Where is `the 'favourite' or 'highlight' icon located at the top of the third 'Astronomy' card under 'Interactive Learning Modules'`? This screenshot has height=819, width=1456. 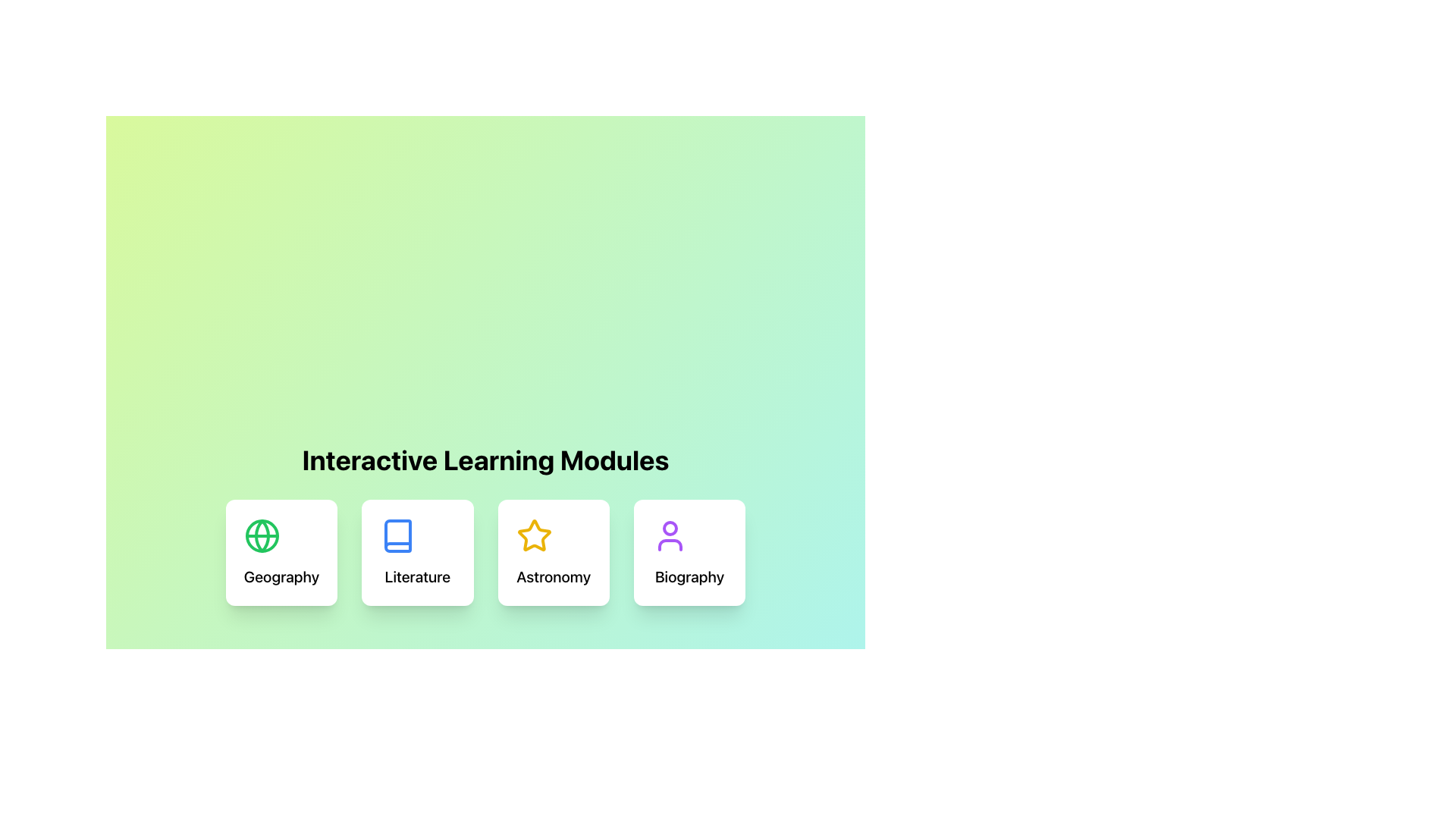
the 'favourite' or 'highlight' icon located at the top of the third 'Astronomy' card under 'Interactive Learning Modules' is located at coordinates (534, 535).